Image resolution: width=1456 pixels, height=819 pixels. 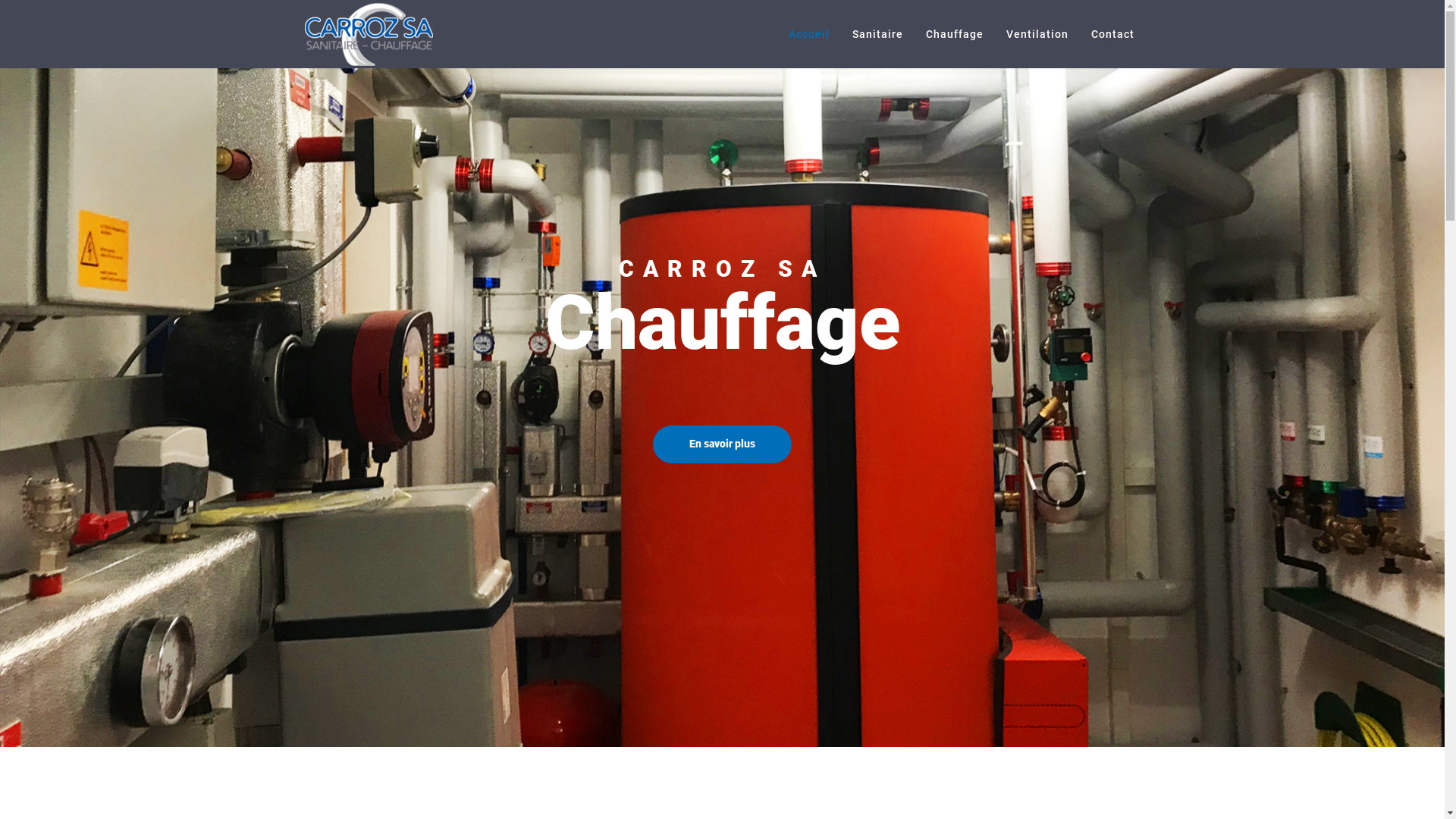 What do you see at coordinates (877, 34) in the screenshot?
I see `'Sanitaire'` at bounding box center [877, 34].